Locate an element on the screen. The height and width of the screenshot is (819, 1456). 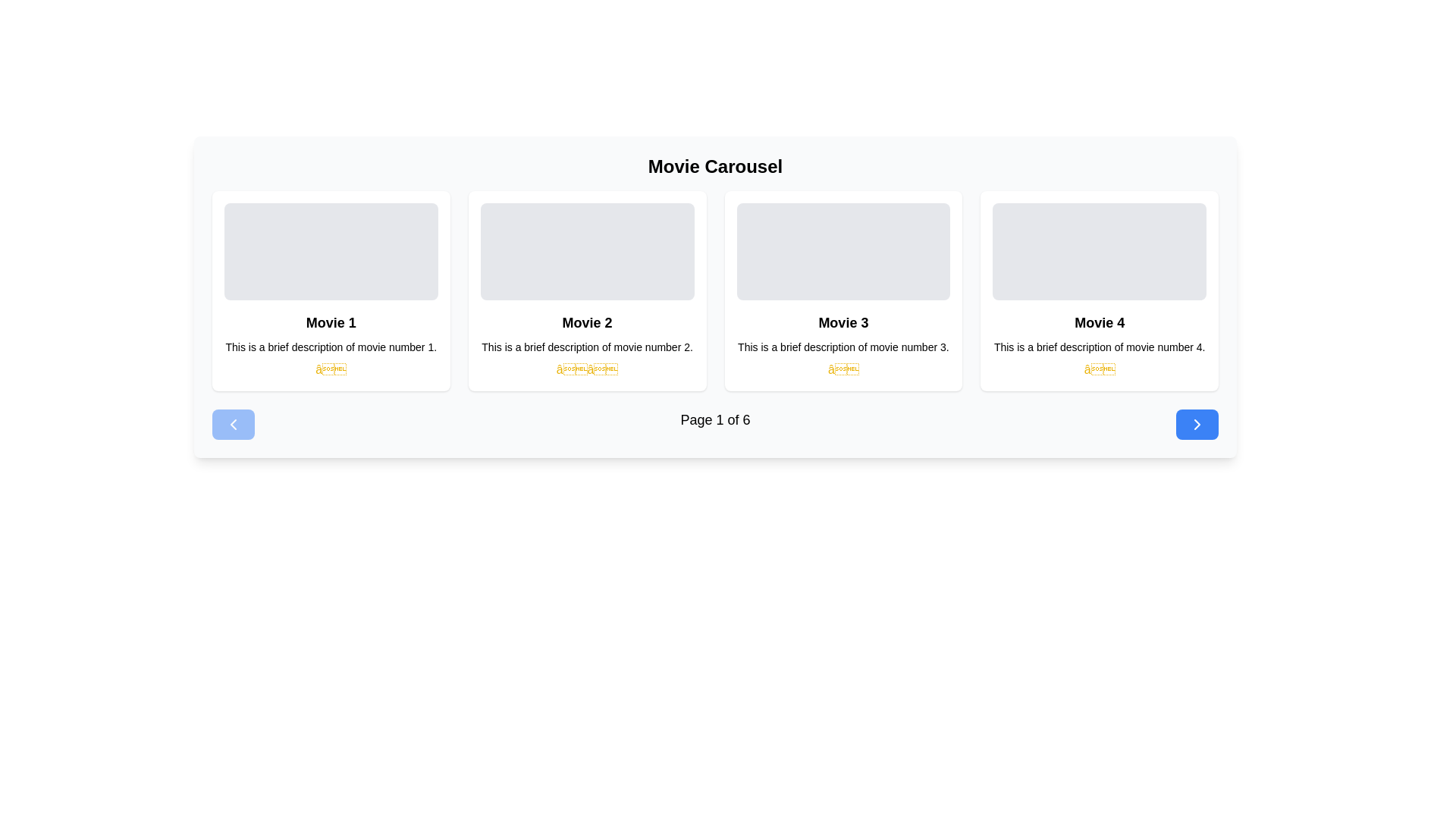
the Chevron-Right icon located in the blue circular button at the bottom-right corner of the interface is located at coordinates (1197, 424).